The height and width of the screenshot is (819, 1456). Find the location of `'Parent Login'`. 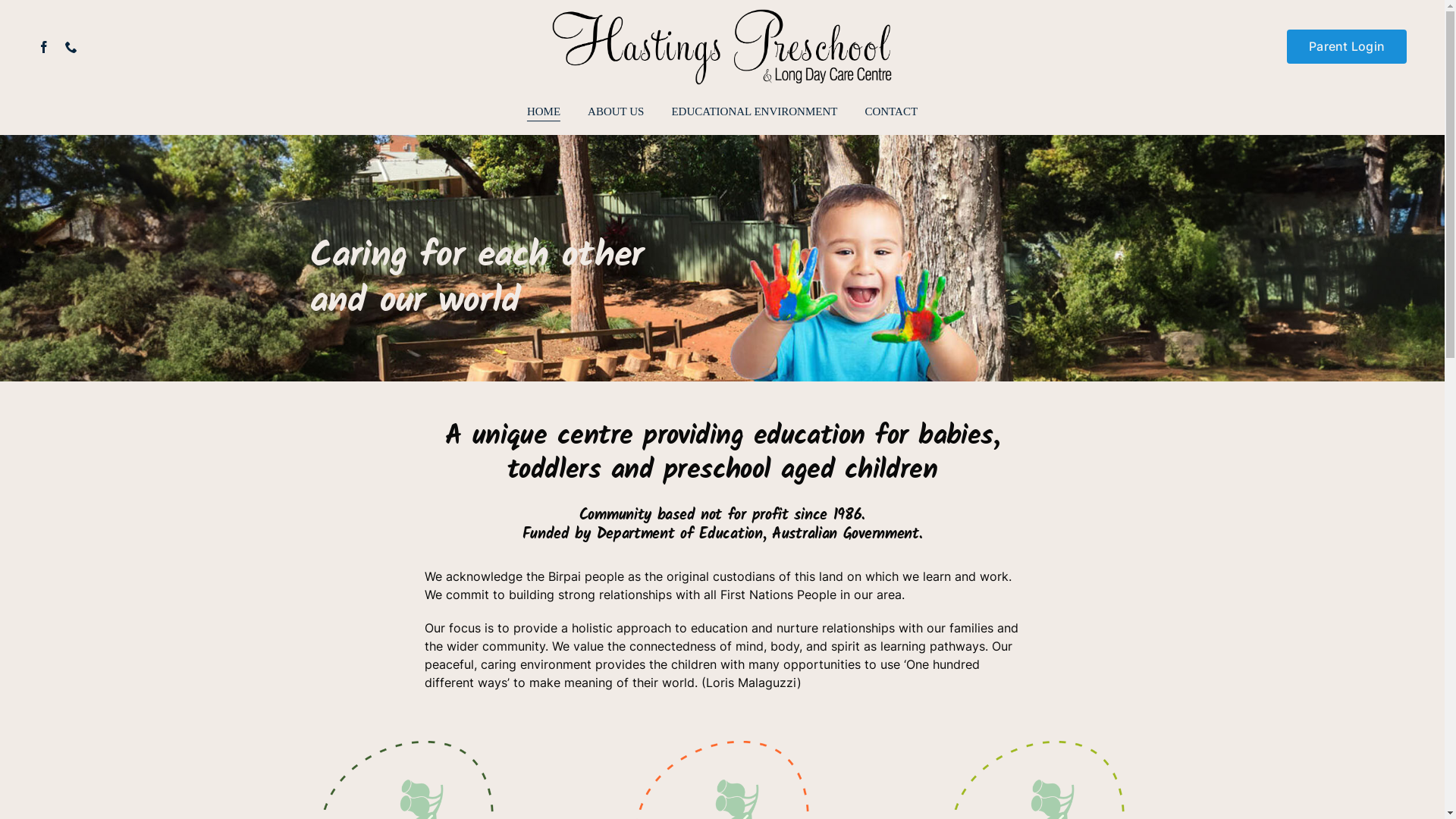

'Parent Login' is located at coordinates (1347, 45).